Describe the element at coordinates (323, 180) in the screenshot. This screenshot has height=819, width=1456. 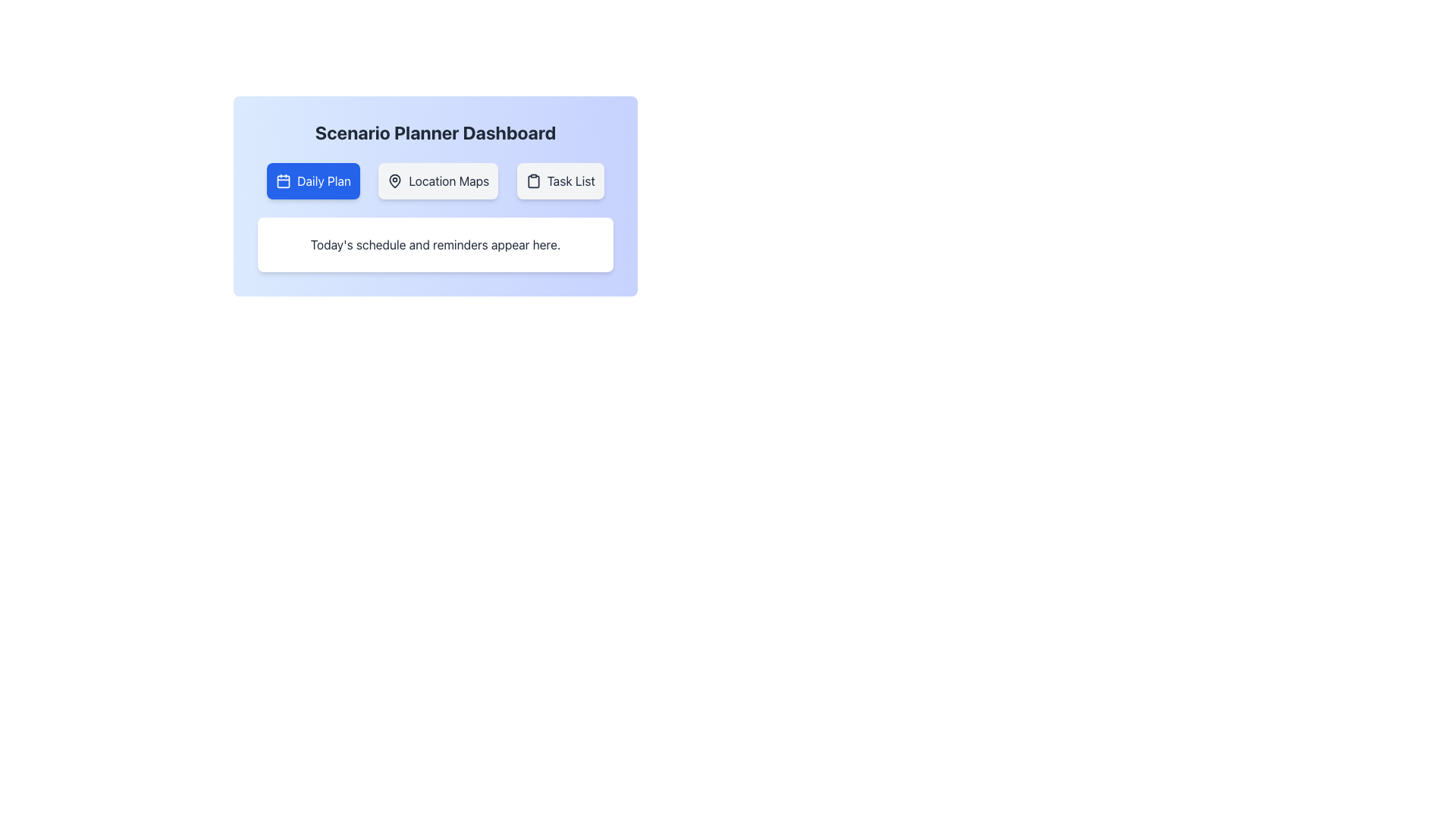
I see `the 'Daily Plan' text label located in the first button of the horizontal button group below the 'Scenario Planner Dashboard' heading` at that location.